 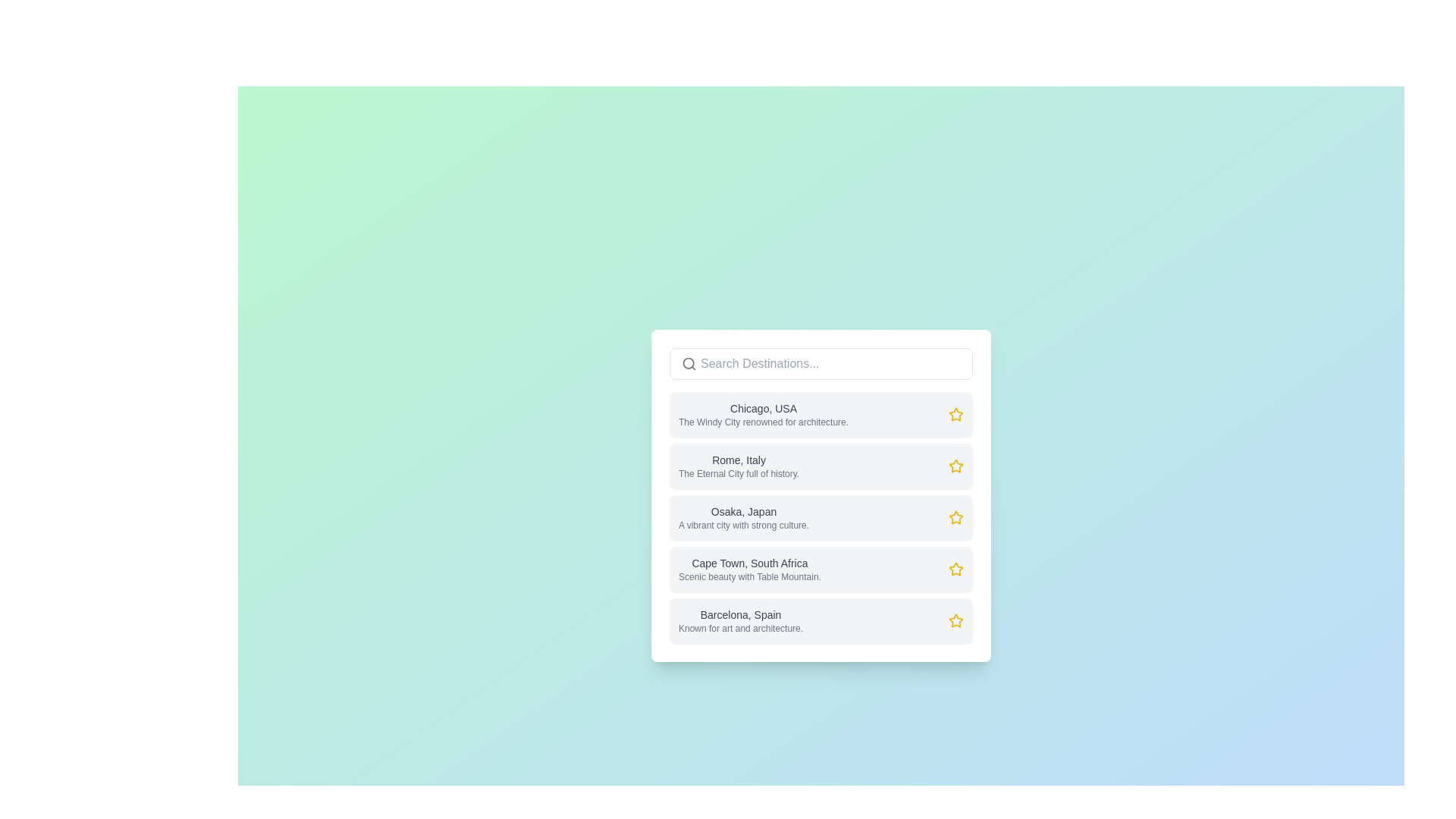 I want to click on the text label displaying 'Osaka, Japan', which is the main title of the third destination entry in the list, so click(x=744, y=512).